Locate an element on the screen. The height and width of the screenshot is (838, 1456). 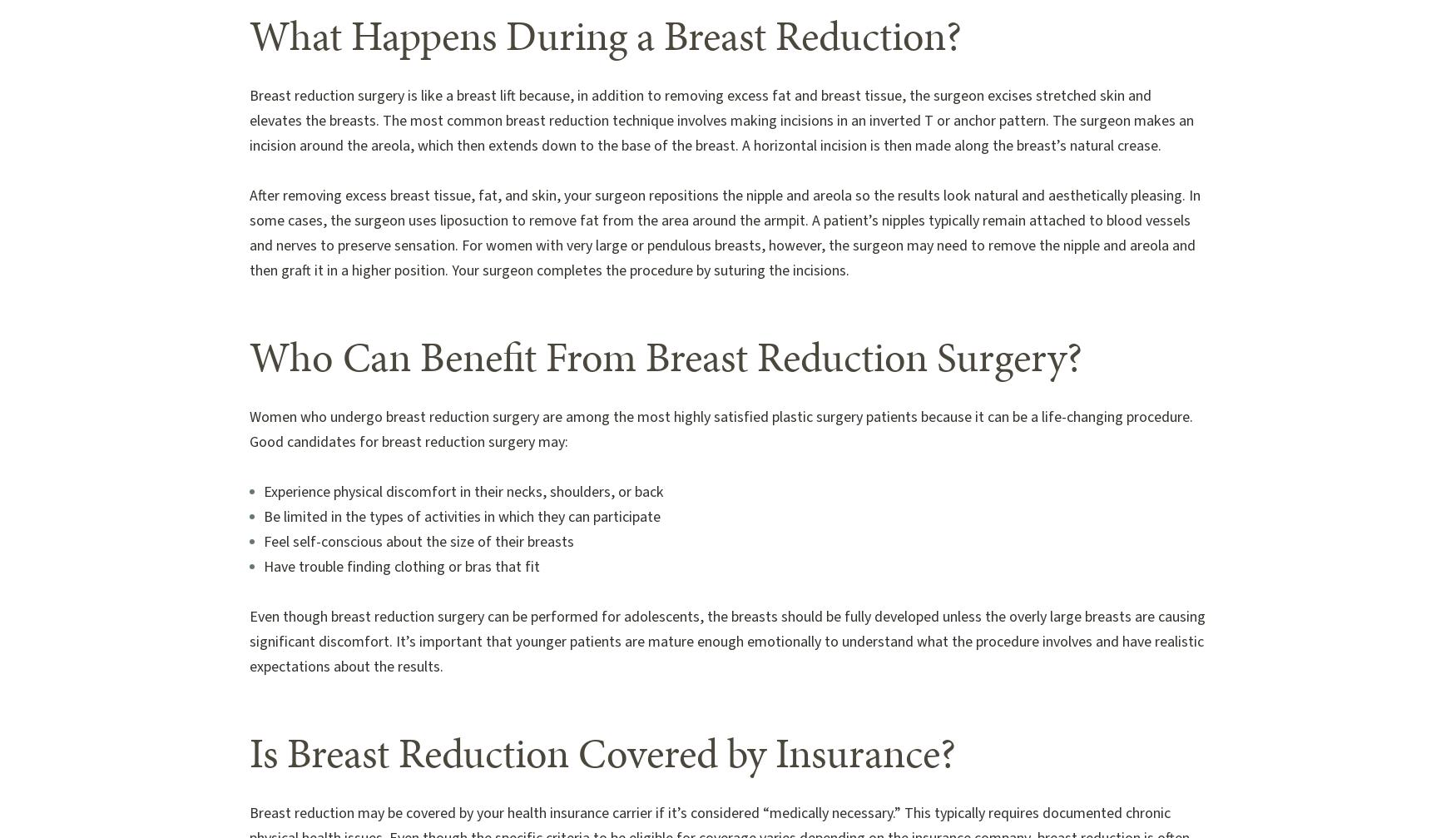
'Feel self-conscious about the size of their breasts' is located at coordinates (418, 541).